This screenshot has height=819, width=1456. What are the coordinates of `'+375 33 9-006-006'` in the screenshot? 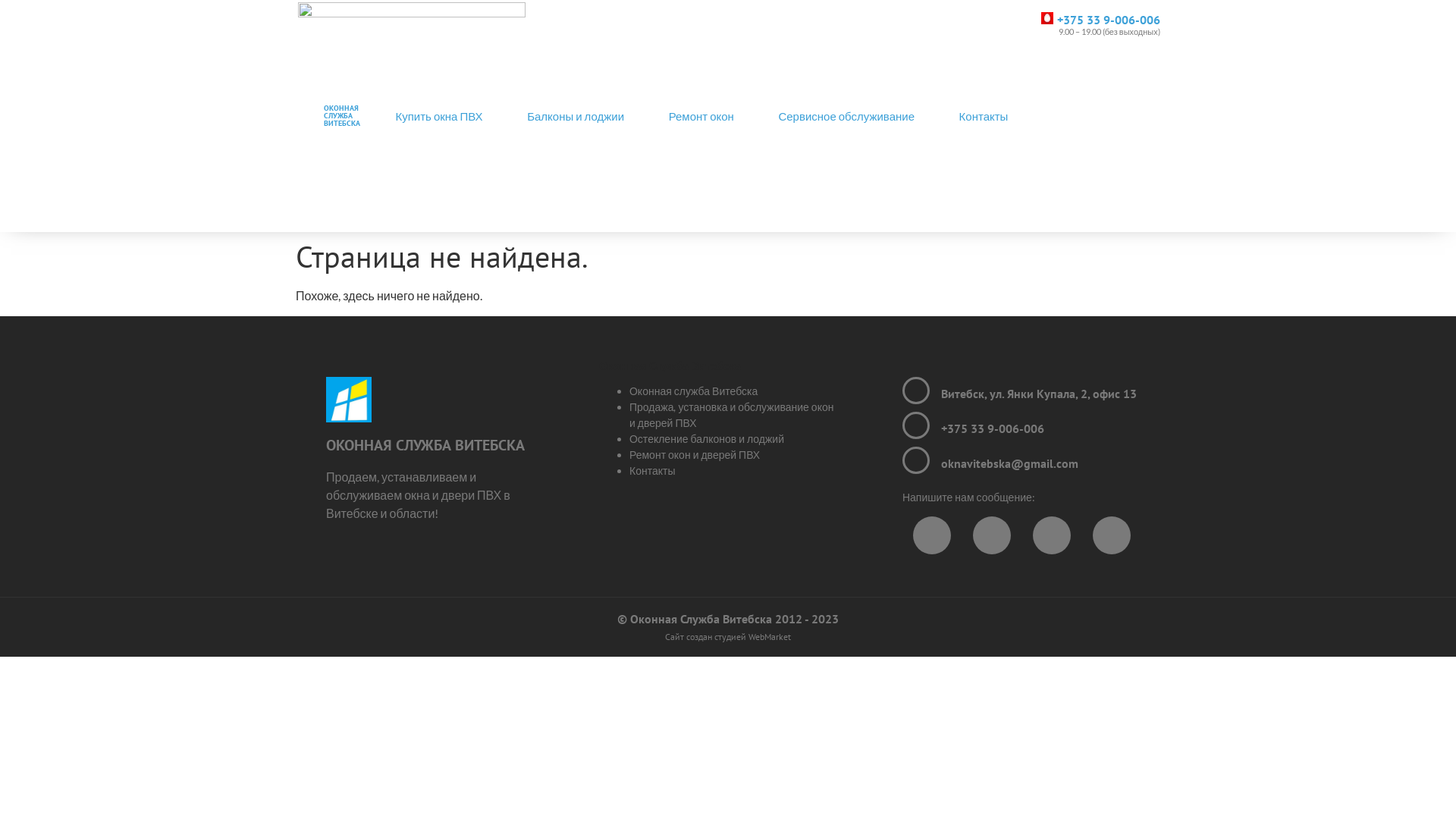 It's located at (1056, 20).